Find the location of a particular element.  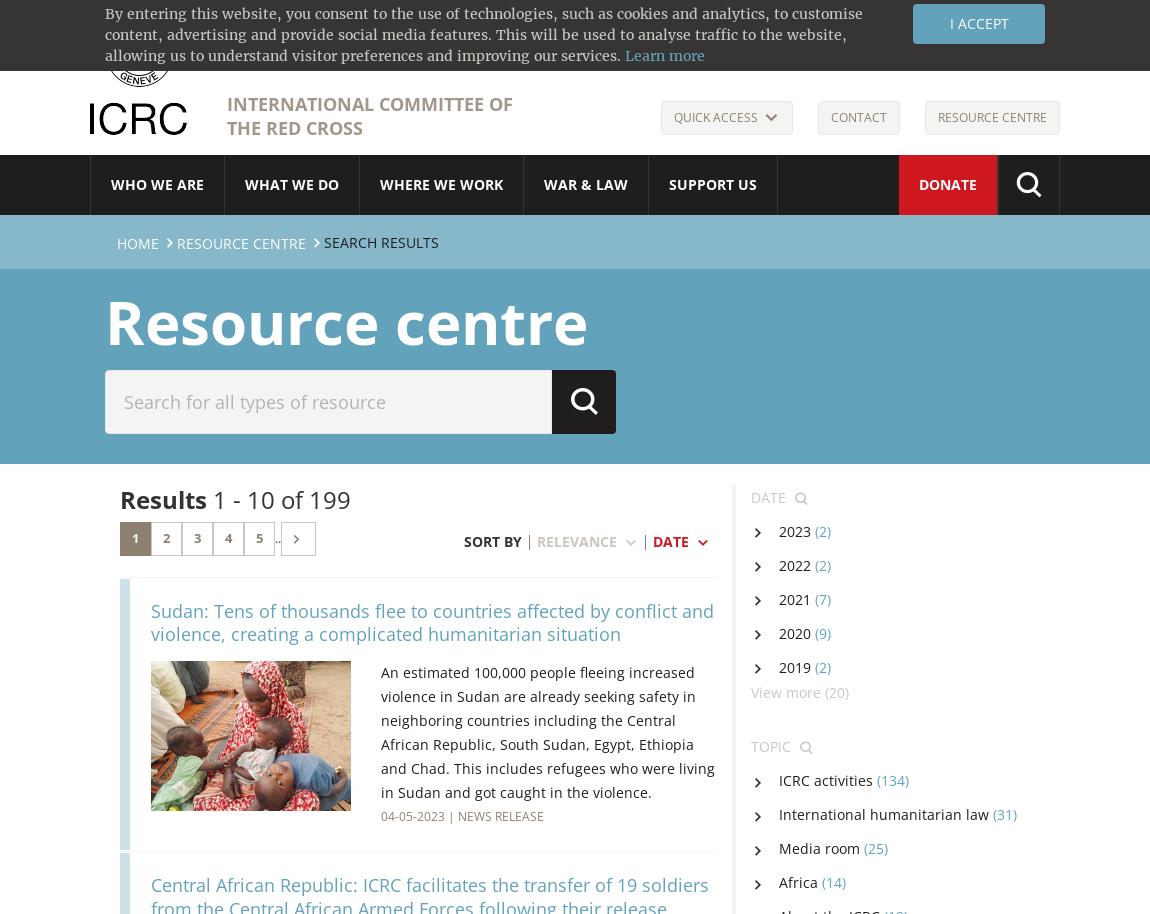

'other languages' is located at coordinates (970, 27).